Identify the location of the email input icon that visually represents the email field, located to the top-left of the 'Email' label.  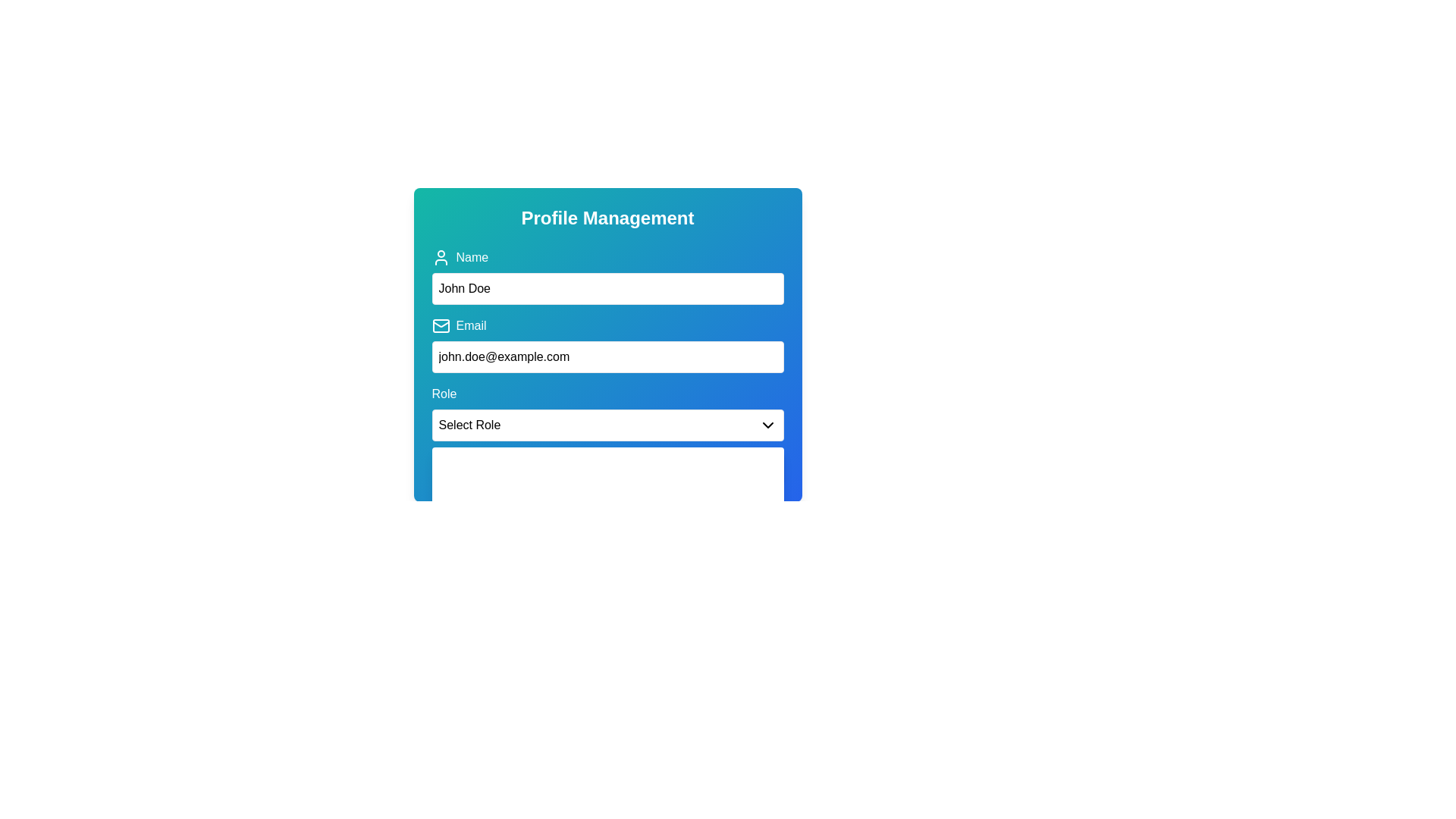
(440, 325).